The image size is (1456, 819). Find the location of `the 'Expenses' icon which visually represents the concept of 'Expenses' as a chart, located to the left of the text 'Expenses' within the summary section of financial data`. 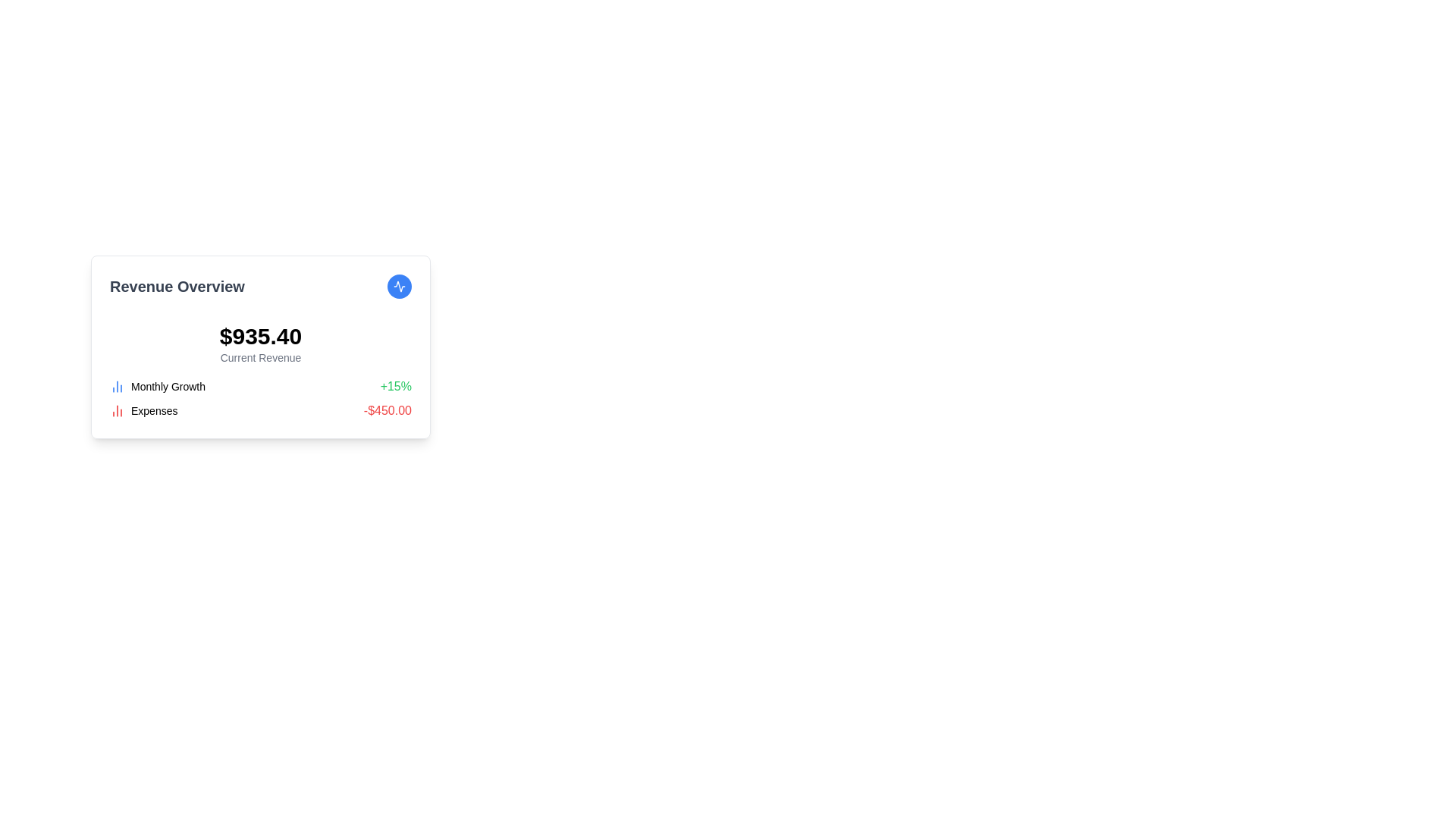

the 'Expenses' icon which visually represents the concept of 'Expenses' as a chart, located to the left of the text 'Expenses' within the summary section of financial data is located at coordinates (116, 411).